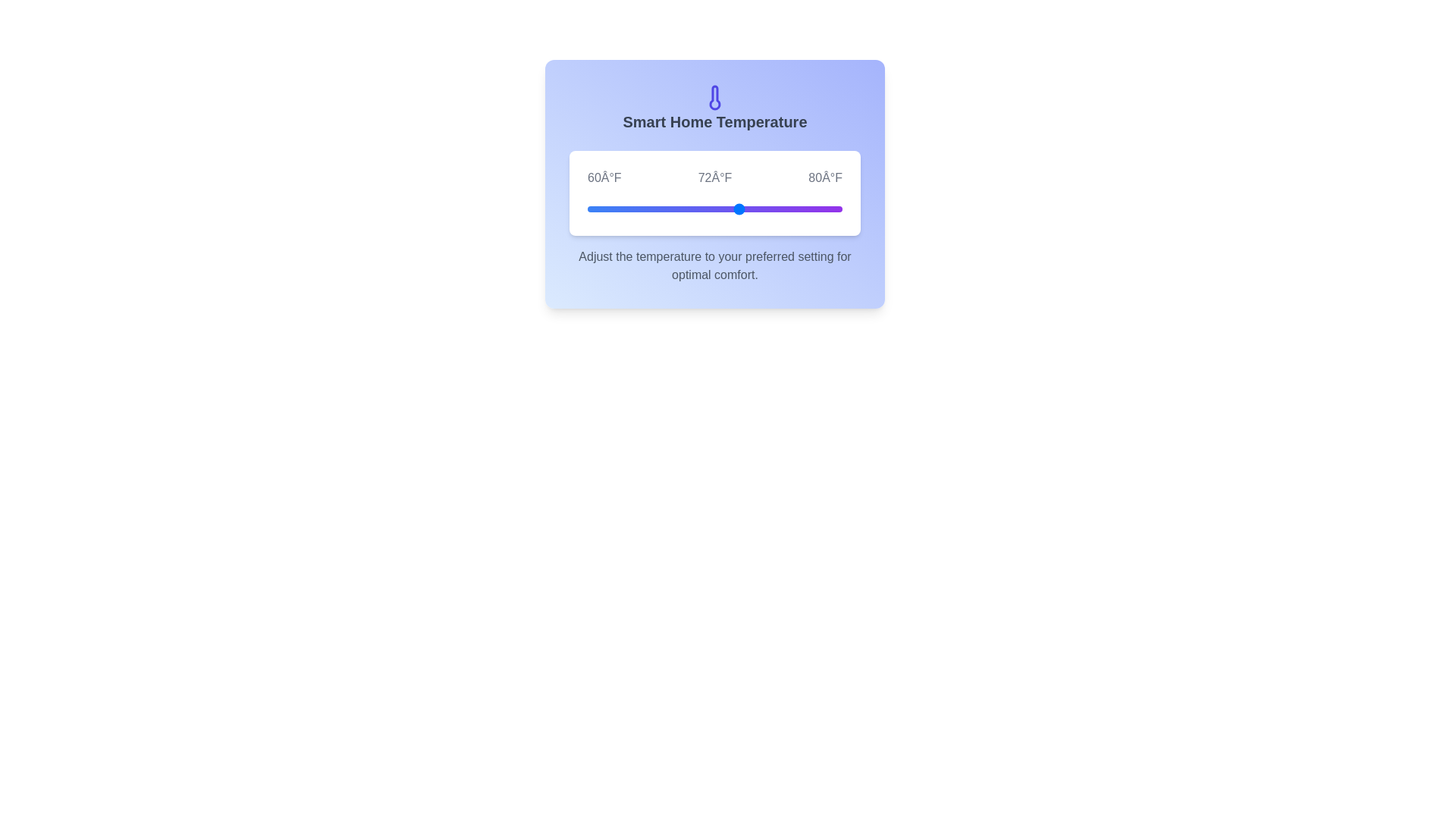 The image size is (1456, 819). Describe the element at coordinates (766, 209) in the screenshot. I see `the temperature slider to 74°F` at that location.